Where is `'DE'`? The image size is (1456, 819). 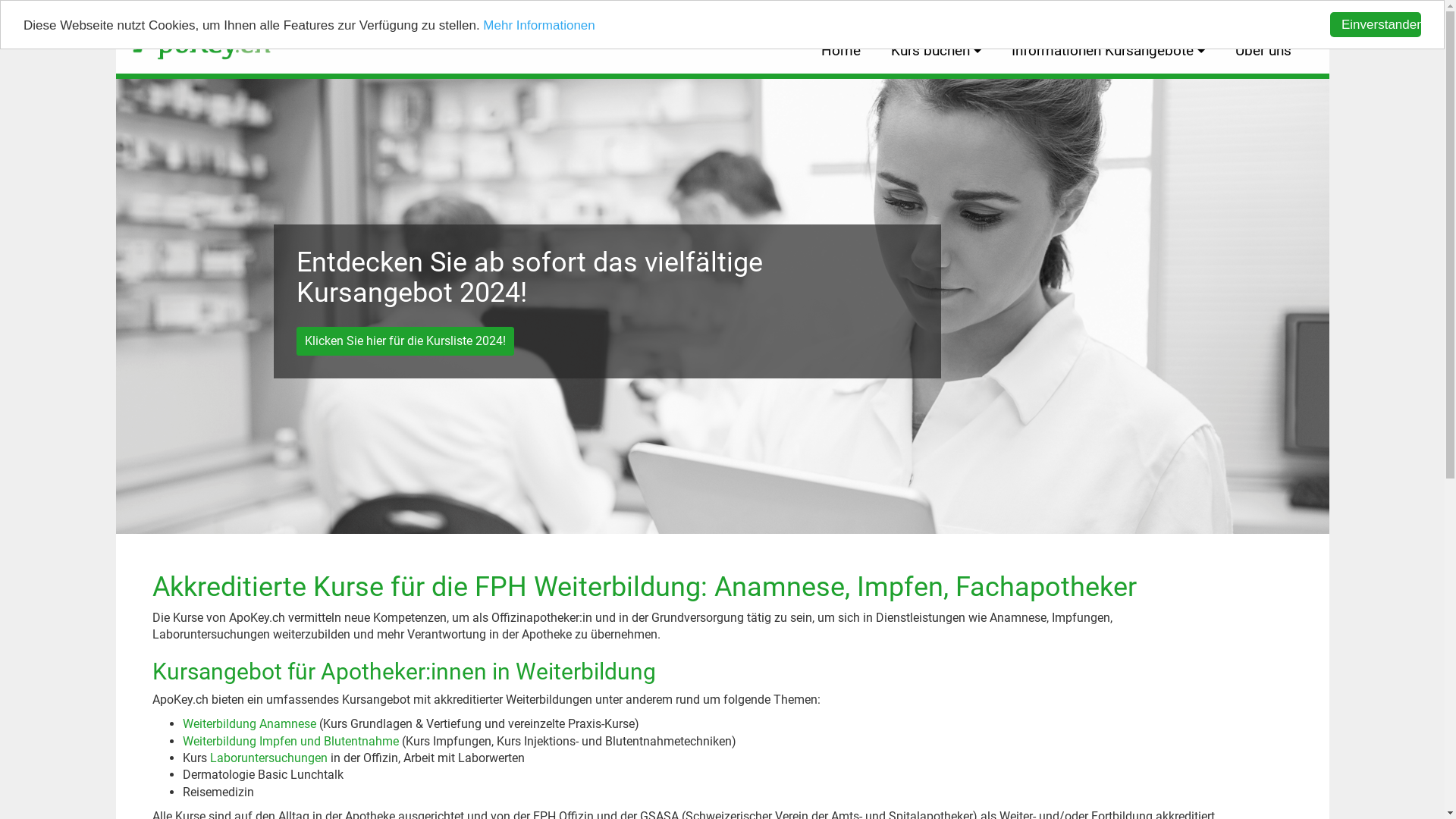 'DE' is located at coordinates (1231, 14).